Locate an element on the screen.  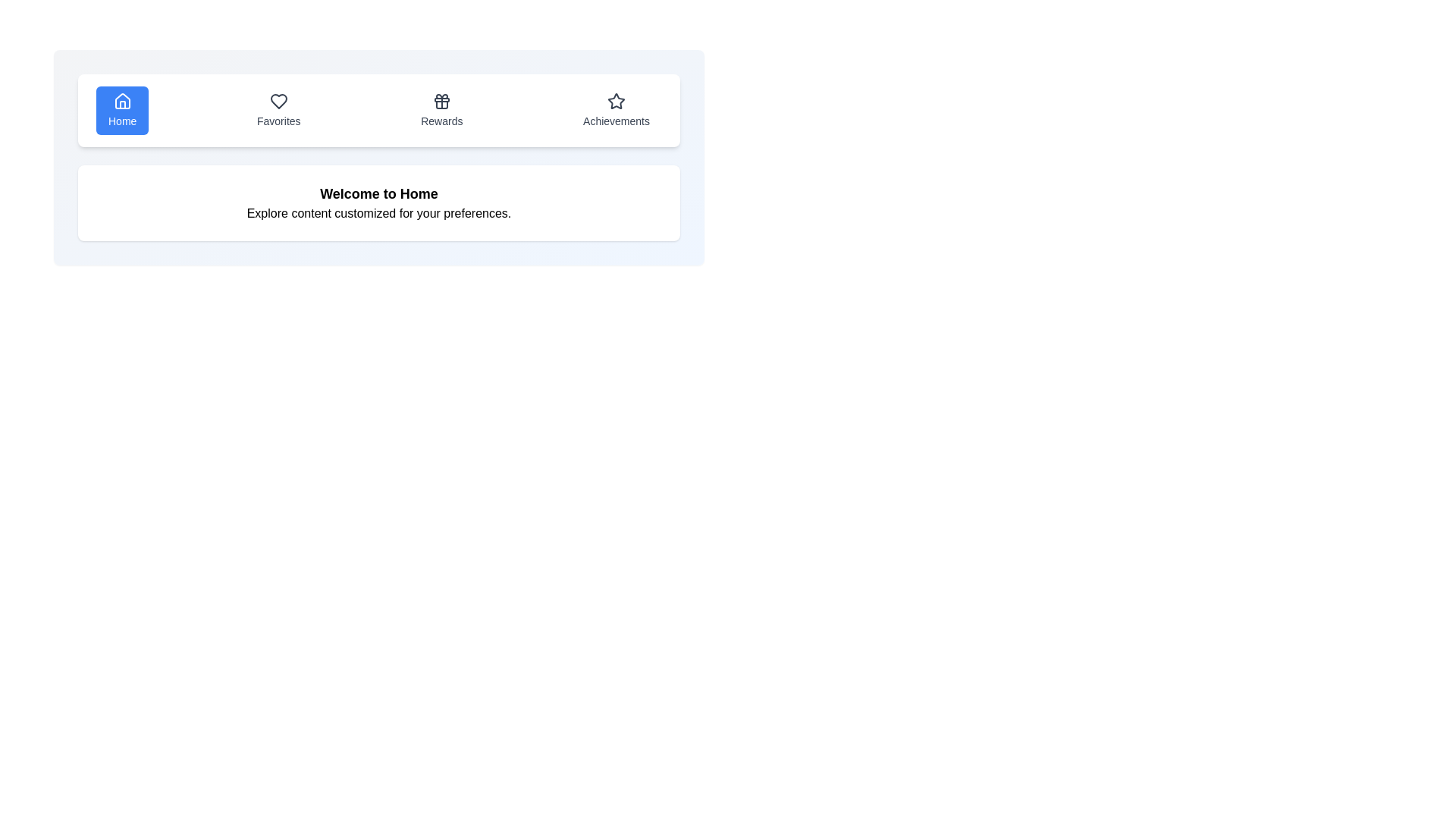
keyboard navigation is located at coordinates (441, 110).